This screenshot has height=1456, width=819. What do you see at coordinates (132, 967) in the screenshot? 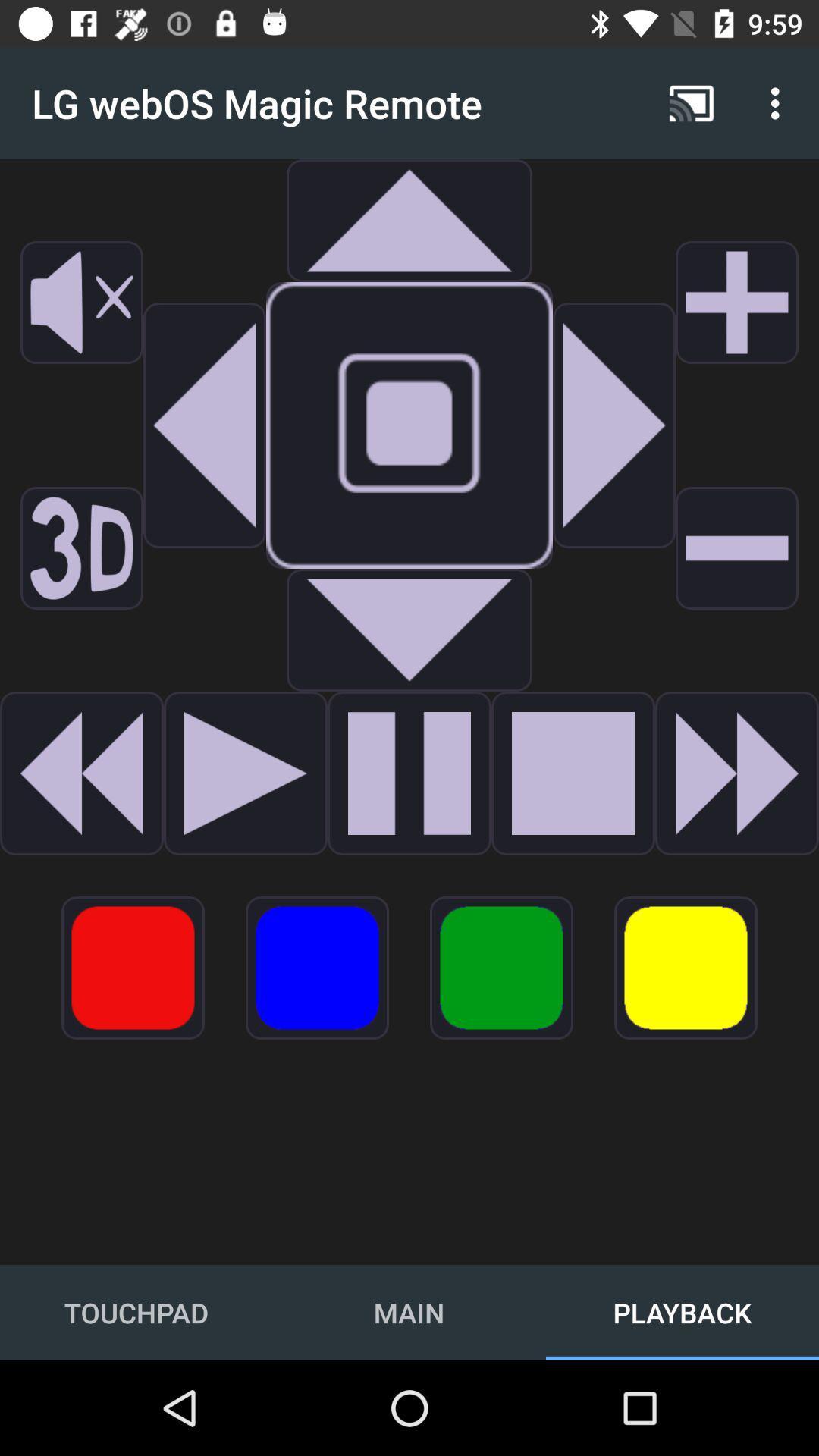
I see `go do coular` at bounding box center [132, 967].